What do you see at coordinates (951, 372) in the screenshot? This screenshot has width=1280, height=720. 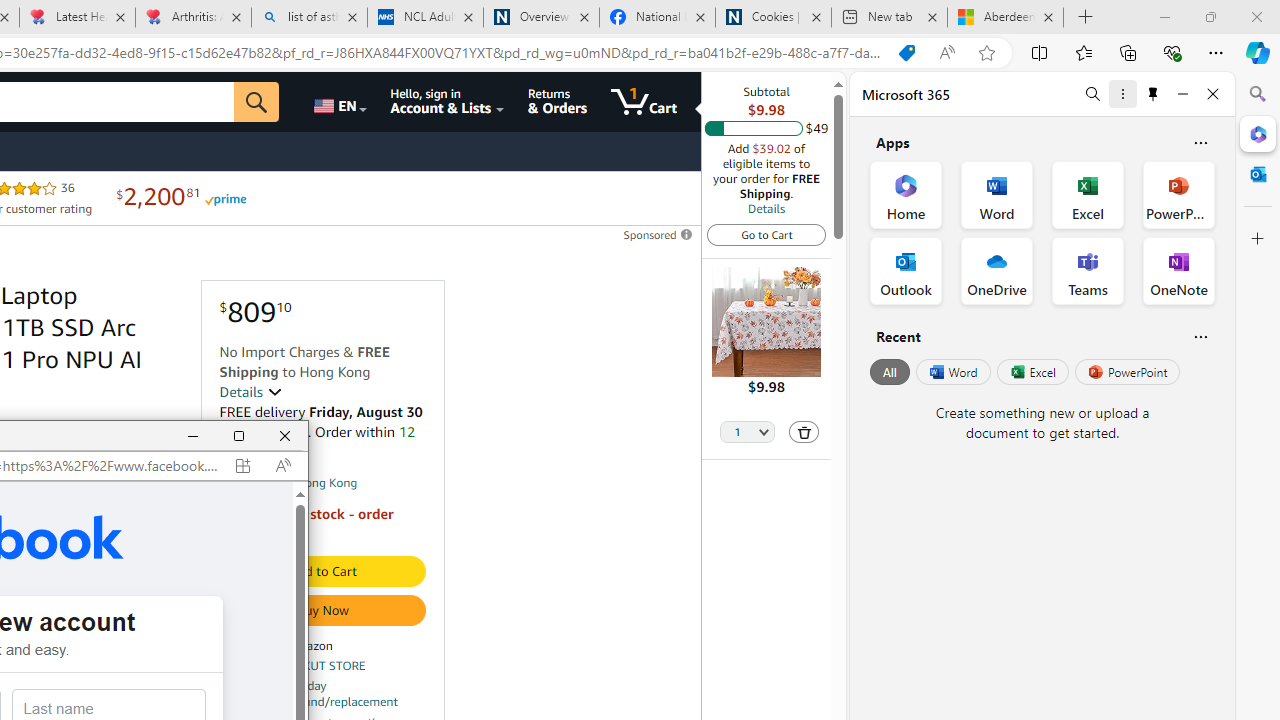 I see `'Word'` at bounding box center [951, 372].